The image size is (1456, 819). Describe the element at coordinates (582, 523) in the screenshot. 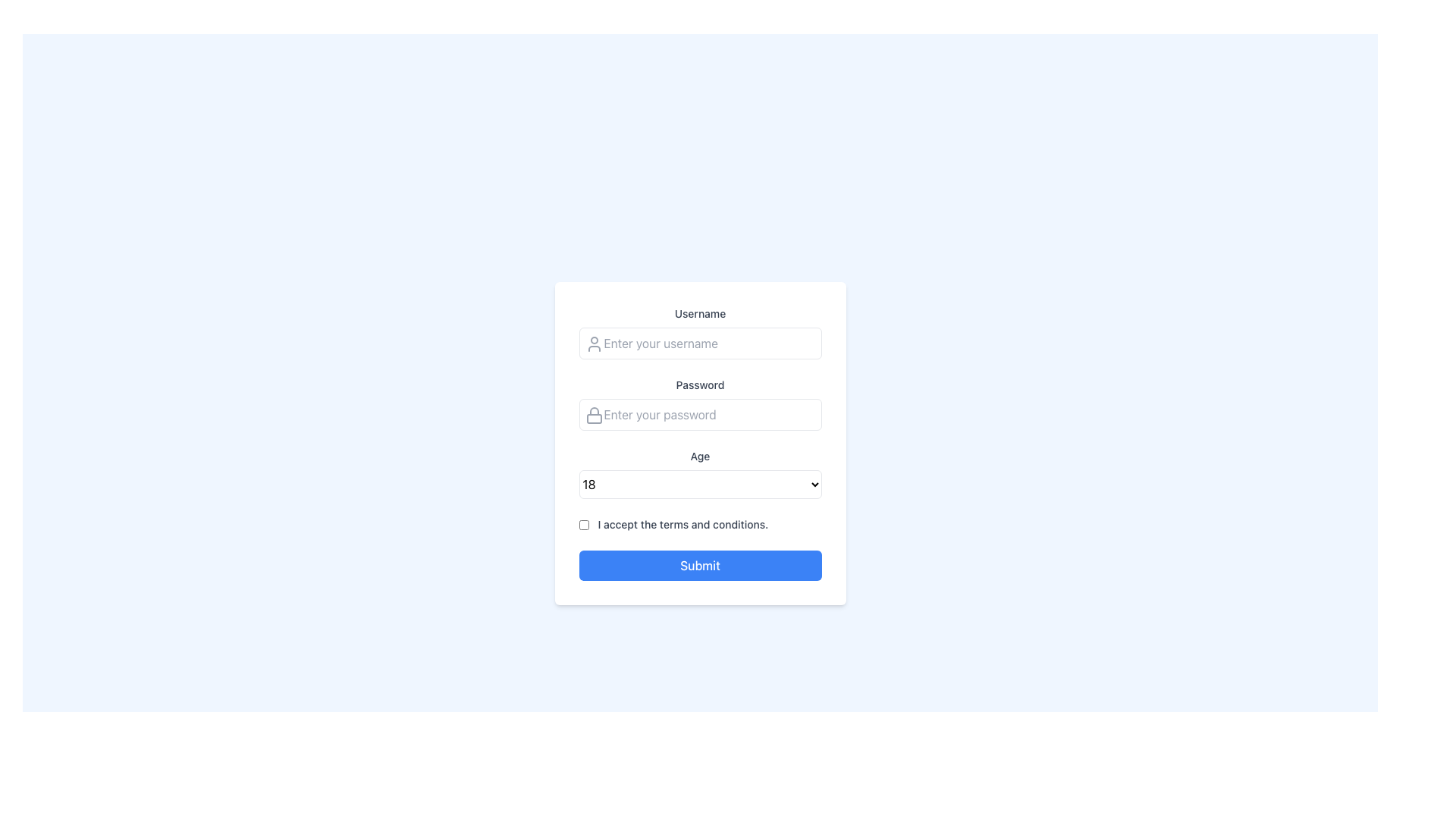

I see `the checkbox with a white background and red border located to the left of the label 'I accept the terms and conditions'` at that location.